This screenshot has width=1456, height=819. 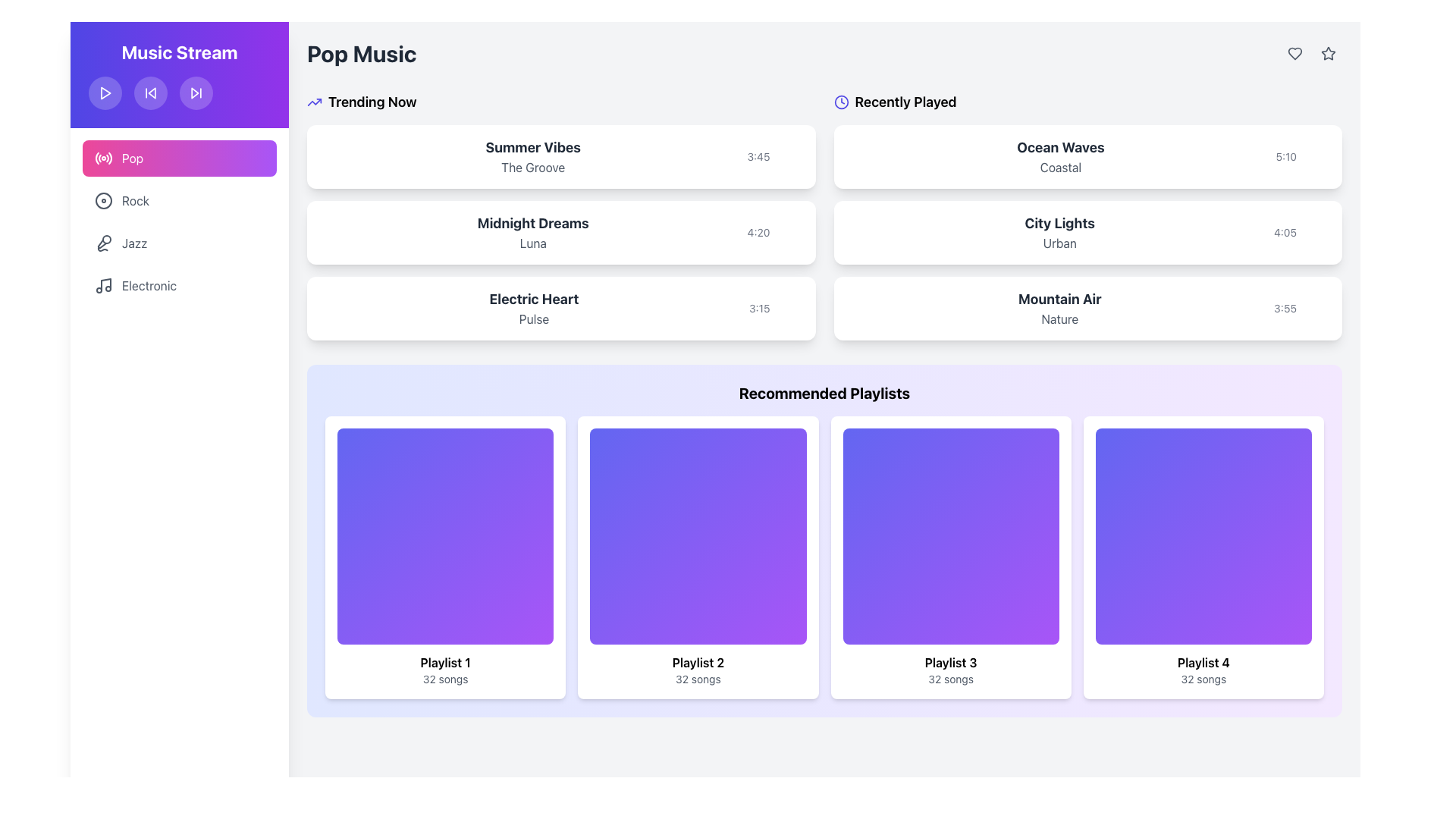 What do you see at coordinates (1316, 233) in the screenshot?
I see `the play button for the song 'City Lights' located in the 'Recently Played' section` at bounding box center [1316, 233].